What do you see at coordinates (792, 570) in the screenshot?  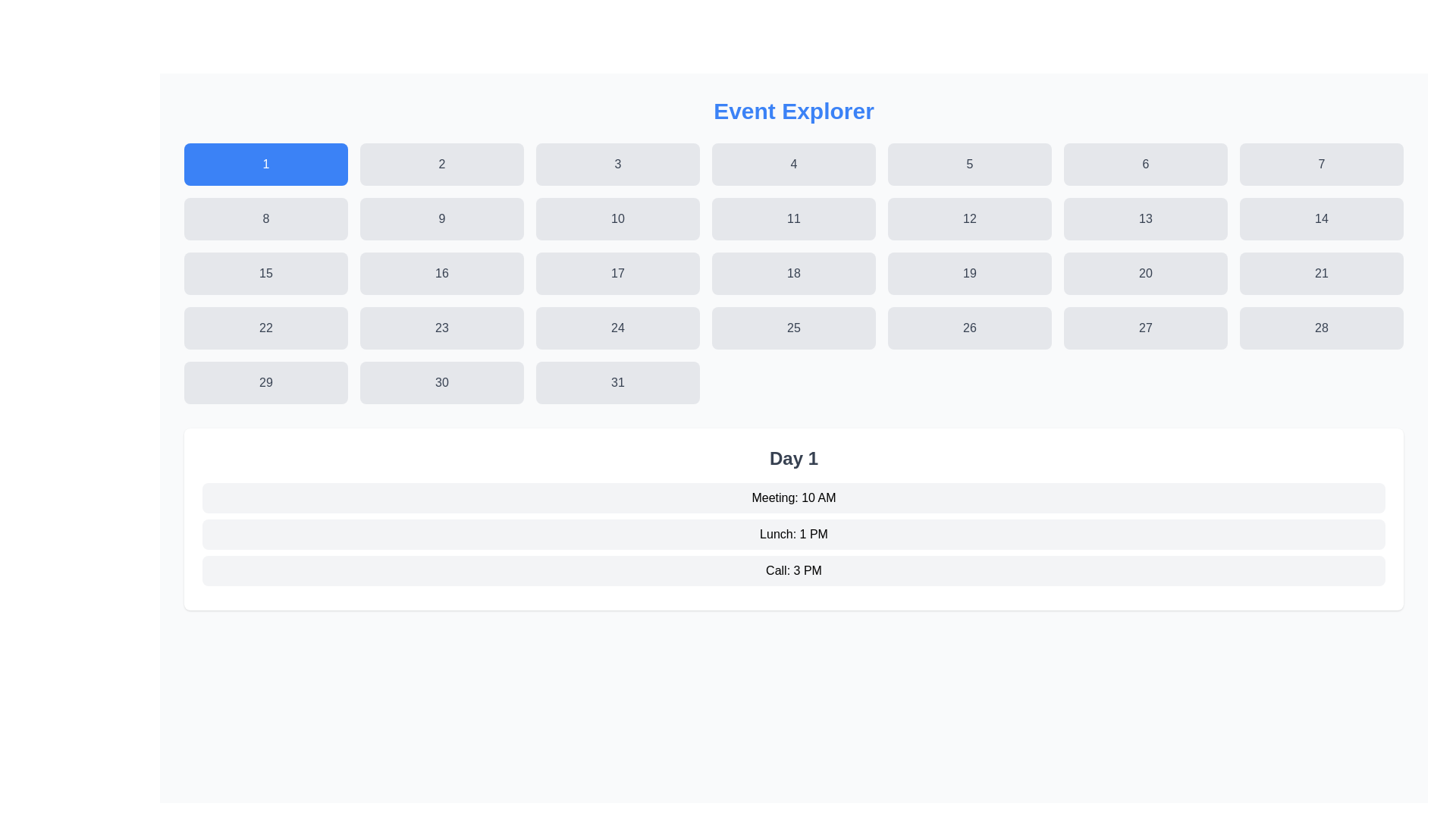 I see `the text label displaying 'Call: 3 PM', which is the third item in the list of scheduled events under 'Day 1'` at bounding box center [792, 570].